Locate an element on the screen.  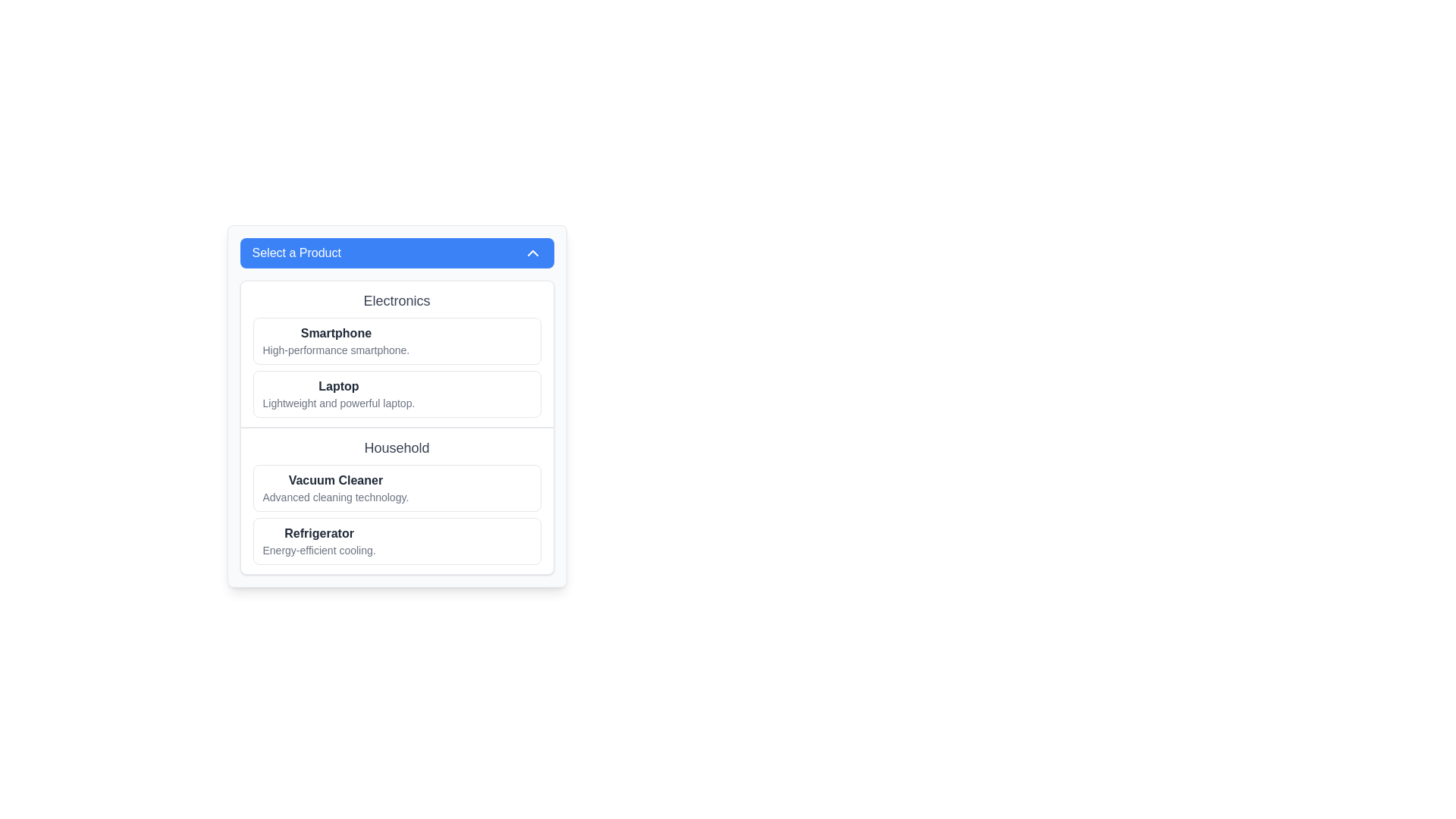
text label that displays 'Lightweight and powerful laptop.' located directly below the bold title 'Laptop' in the product description section is located at coordinates (337, 403).